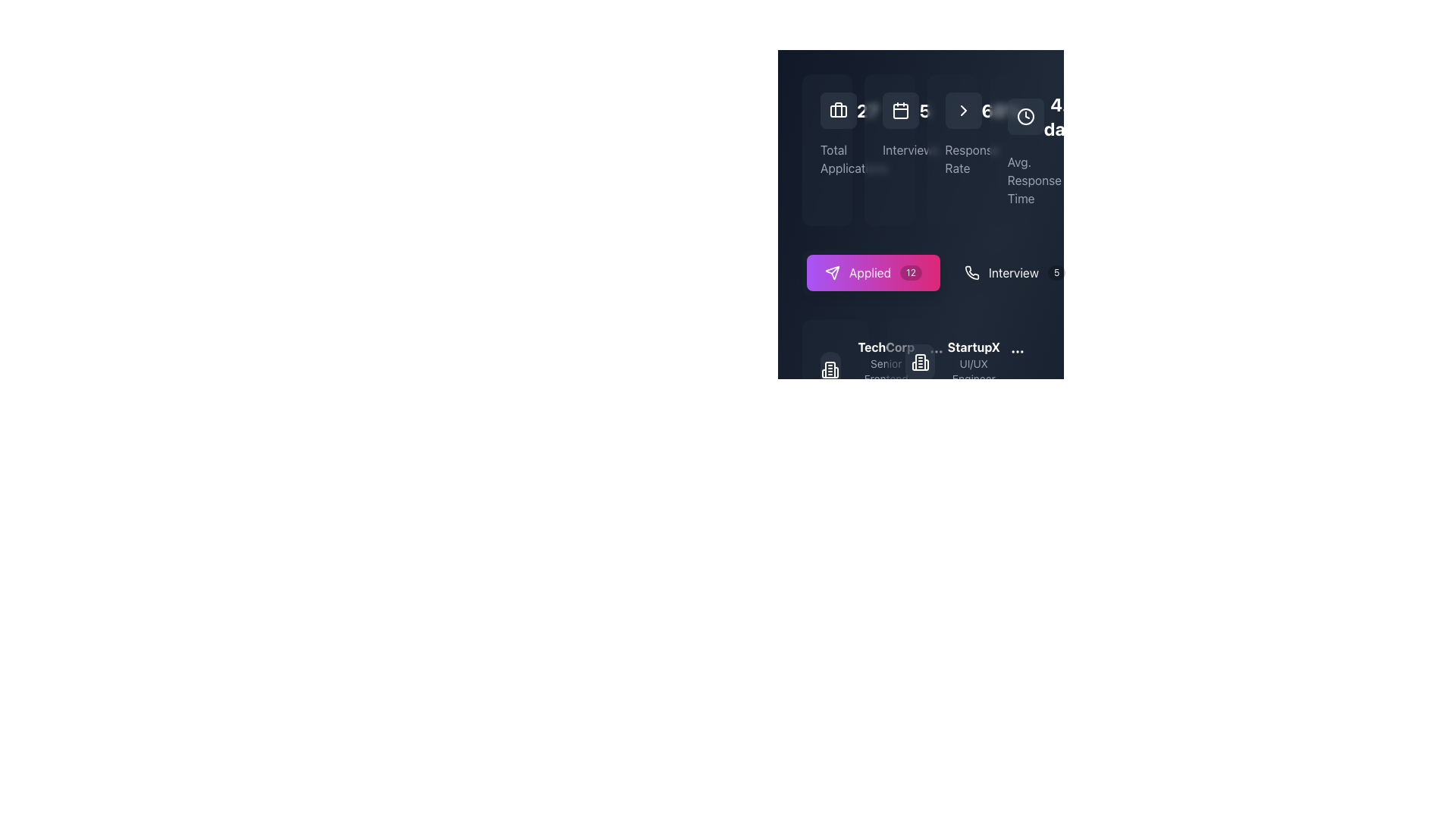 The image size is (1456, 819). I want to click on the small white building icon located at the bottom left of the job application listing card, adjacent to the bold 'TechCorp' text, so click(835, 370).